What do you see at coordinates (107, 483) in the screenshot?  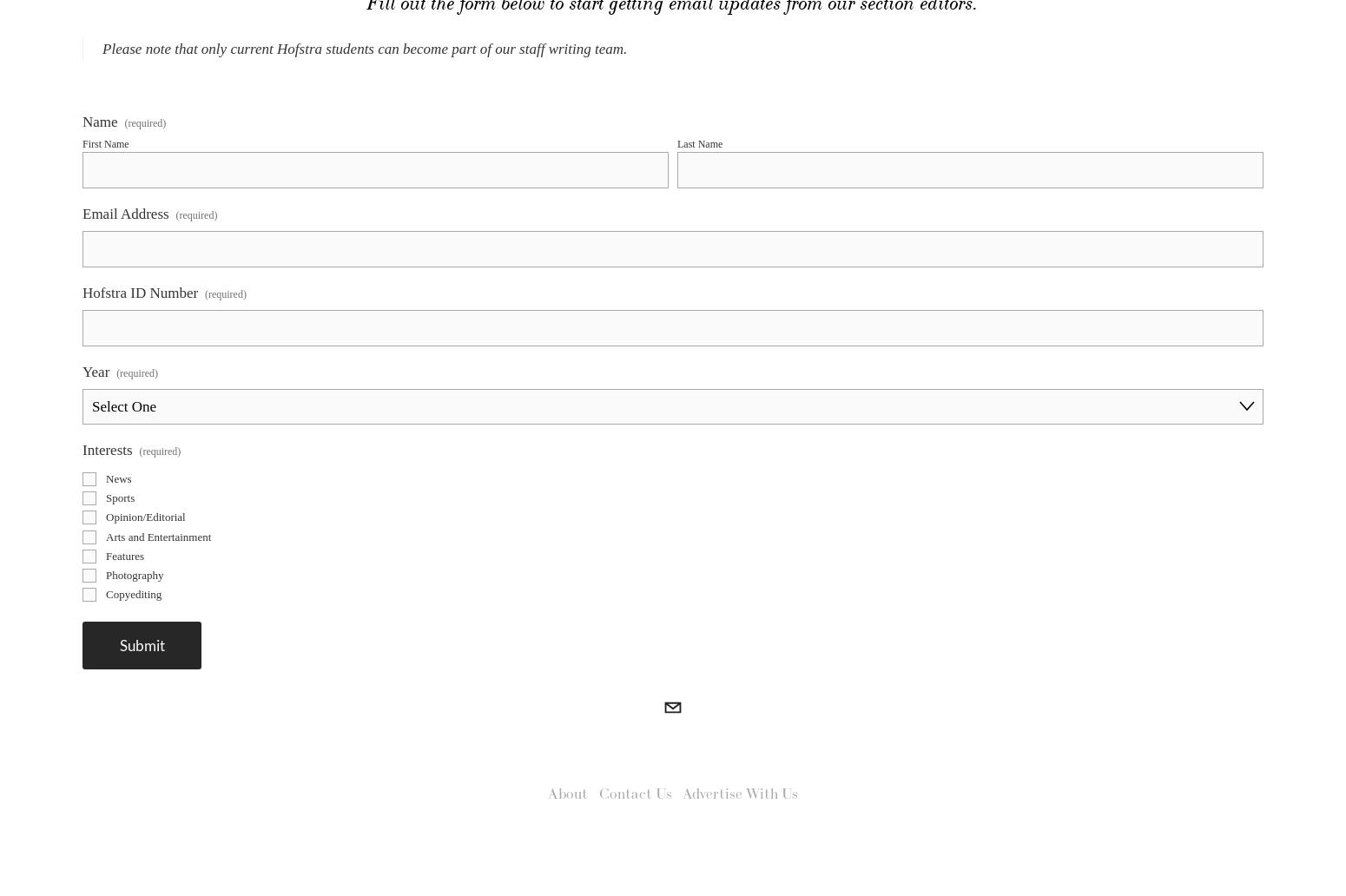 I see `'Interests'` at bounding box center [107, 483].